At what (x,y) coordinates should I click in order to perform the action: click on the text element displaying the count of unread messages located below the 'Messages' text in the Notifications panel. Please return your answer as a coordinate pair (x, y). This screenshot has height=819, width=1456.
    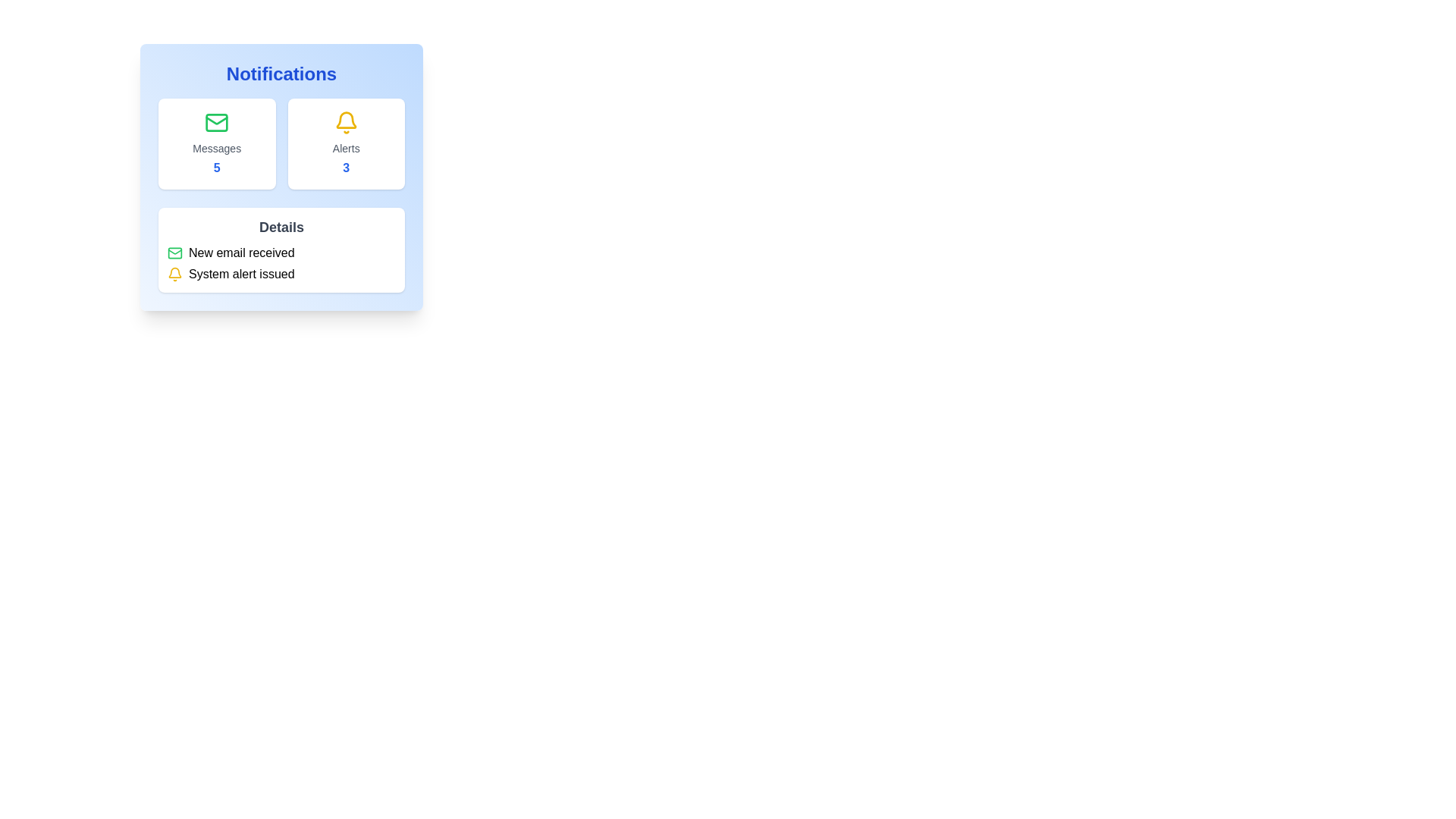
    Looking at the image, I should click on (216, 168).